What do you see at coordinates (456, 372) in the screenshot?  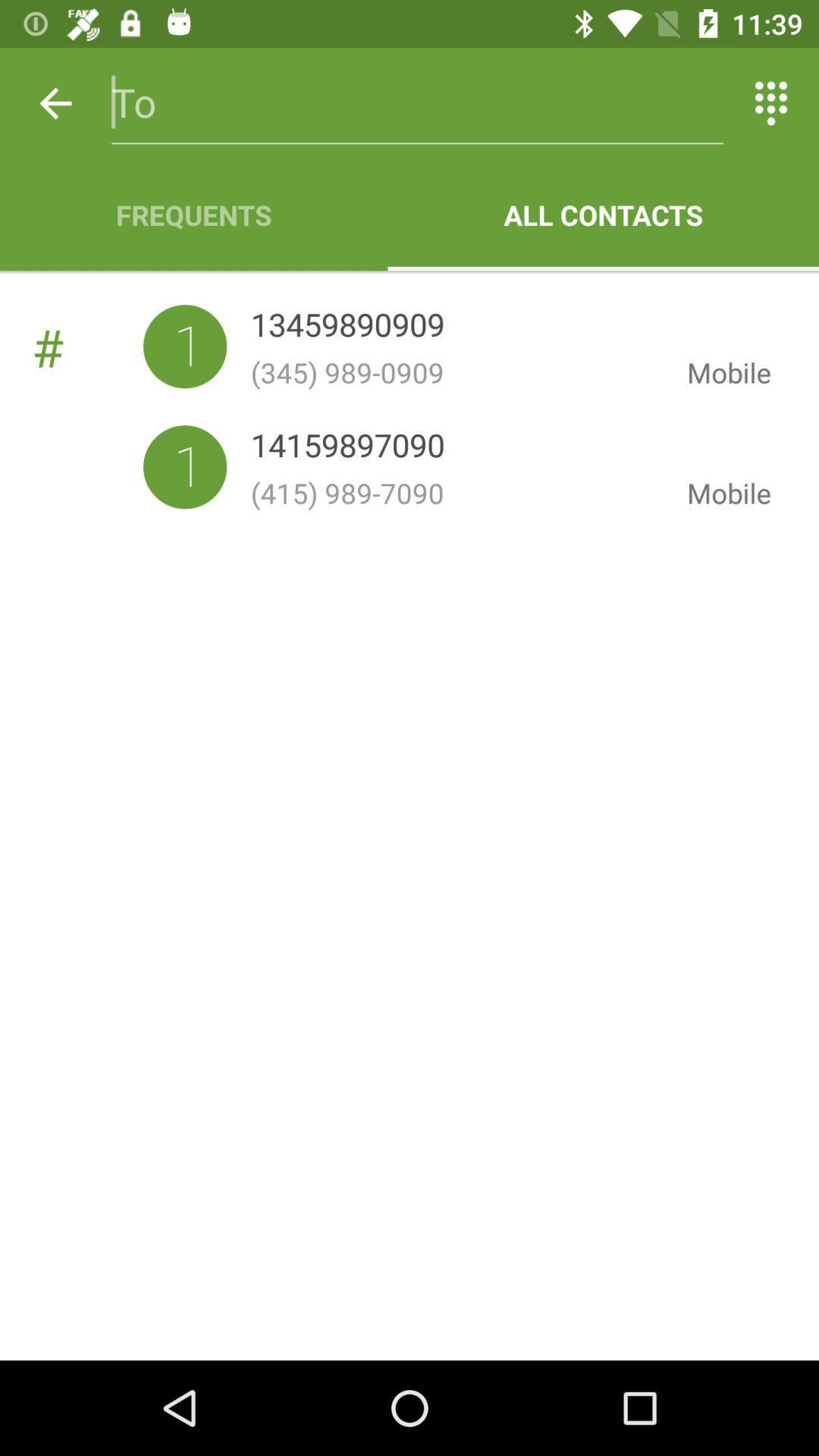 I see `the (345) 989-0909 icon` at bounding box center [456, 372].